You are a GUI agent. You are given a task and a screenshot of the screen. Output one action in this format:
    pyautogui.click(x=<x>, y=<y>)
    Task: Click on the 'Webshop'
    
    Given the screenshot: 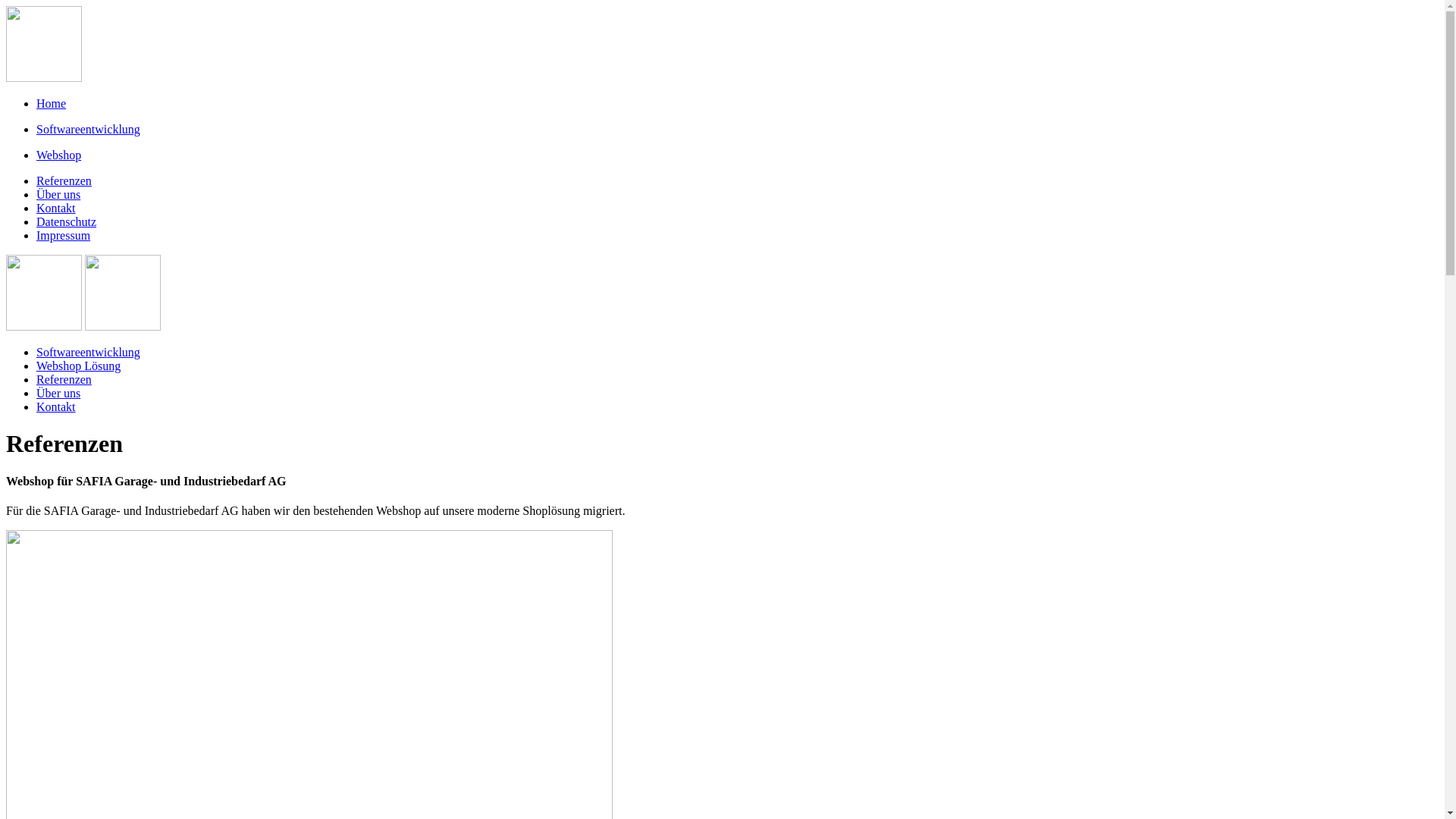 What is the action you would take?
    pyautogui.click(x=58, y=155)
    